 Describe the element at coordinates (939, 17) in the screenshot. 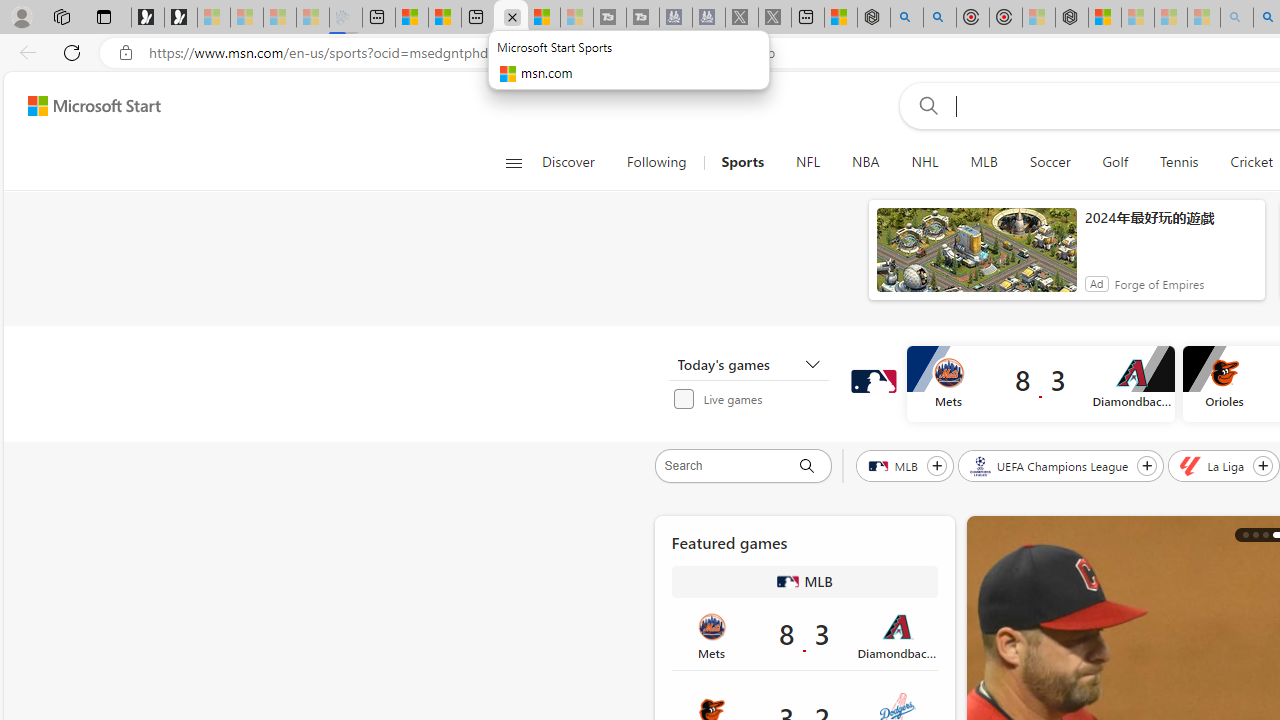

I see `'poe ++ standard - Search'` at that location.